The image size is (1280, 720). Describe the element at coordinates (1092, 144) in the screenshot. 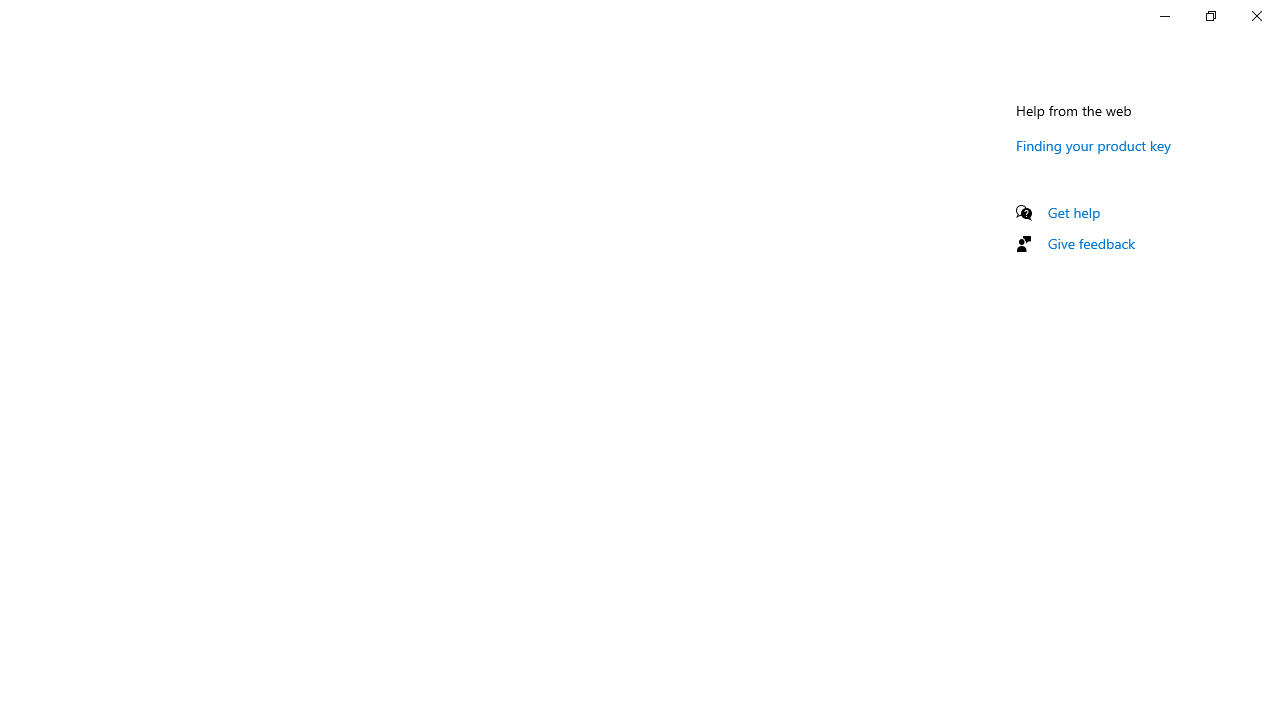

I see `'Finding your product key'` at that location.